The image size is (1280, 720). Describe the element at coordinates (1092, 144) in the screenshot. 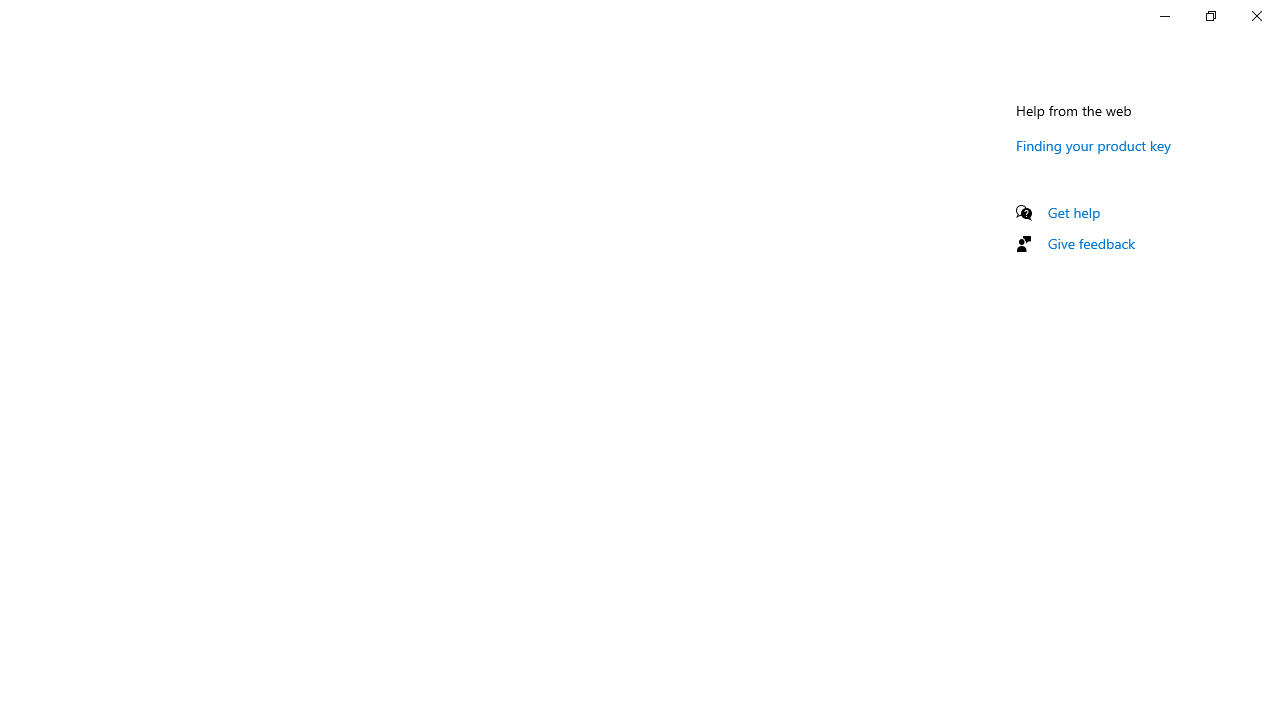

I see `'Finding your product key'` at that location.